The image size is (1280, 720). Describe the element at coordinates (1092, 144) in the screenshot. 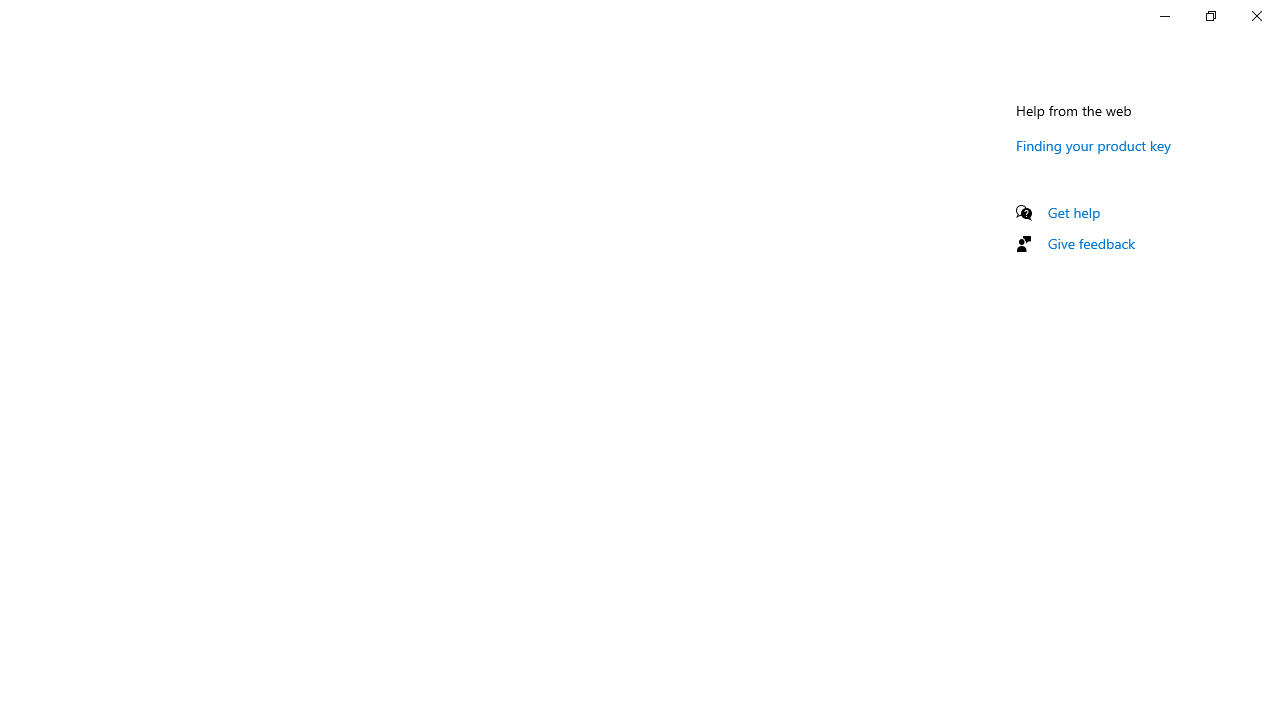

I see `'Finding your product key'` at that location.